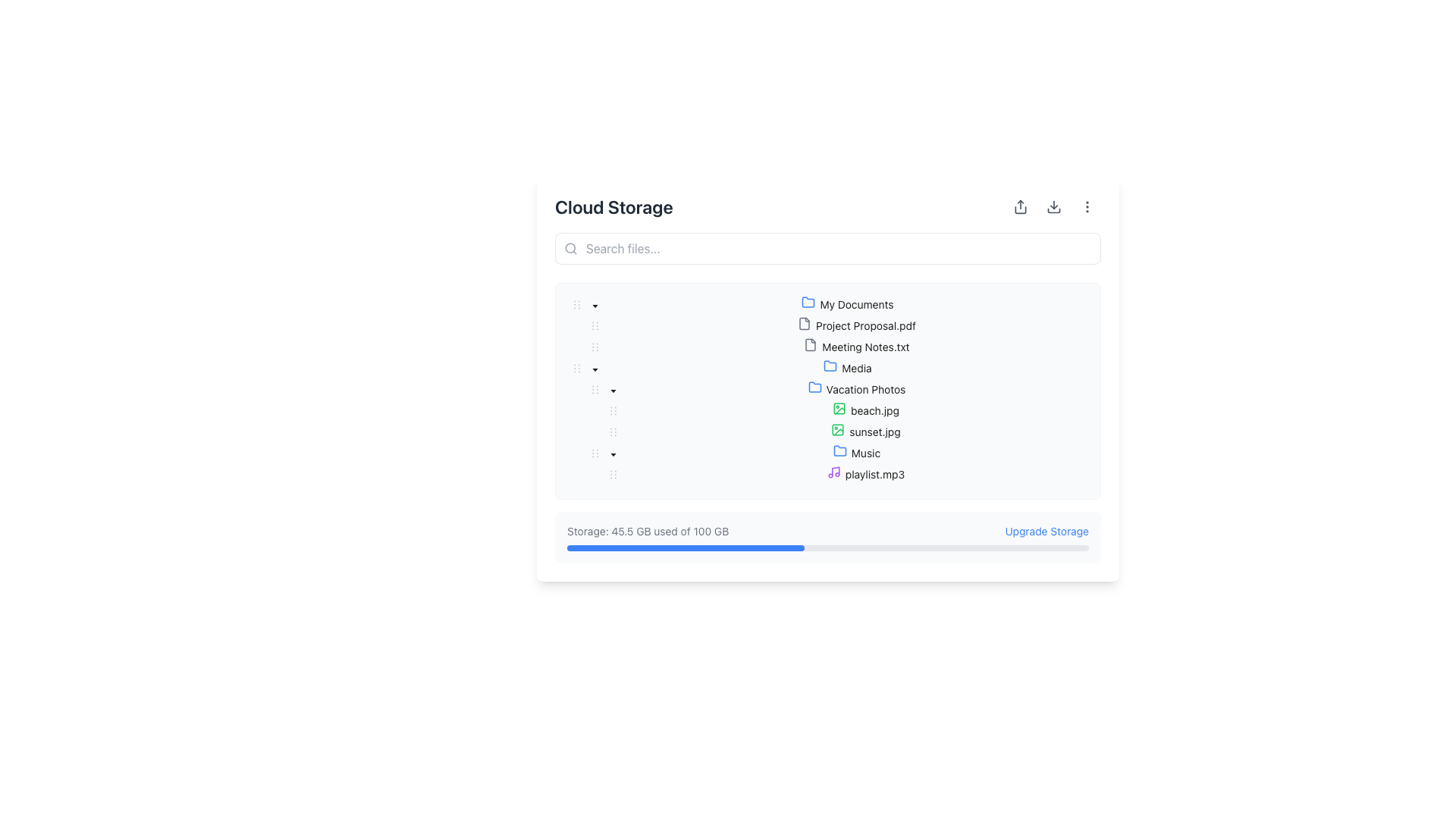 This screenshot has width=1456, height=819. I want to click on the delete button aligned with the third main item in the hierarchical list under the 'Vacation Photos' folder, so click(612, 472).